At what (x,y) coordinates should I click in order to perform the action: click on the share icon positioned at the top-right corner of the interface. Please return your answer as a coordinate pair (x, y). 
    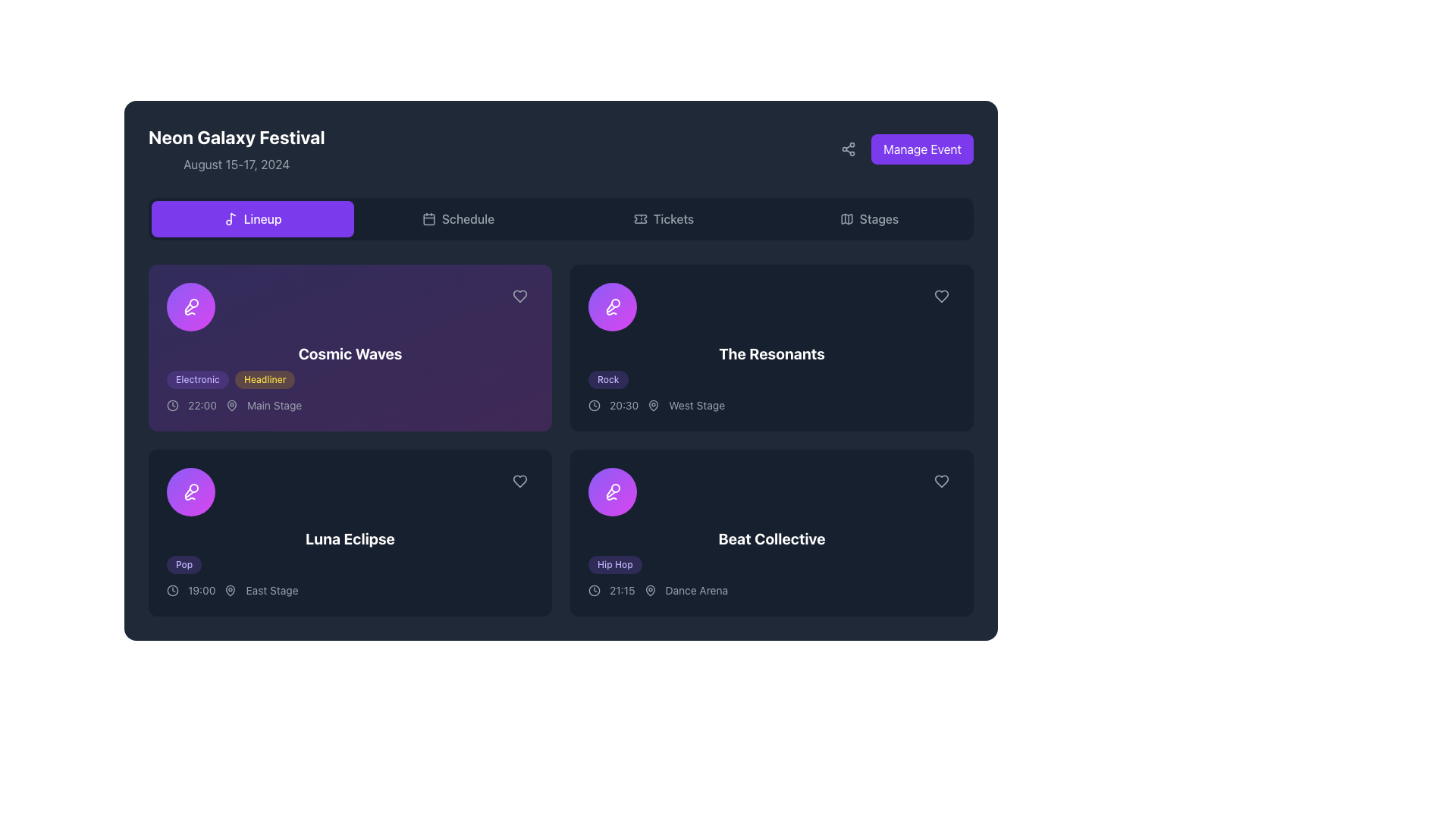
    Looking at the image, I should click on (848, 149).